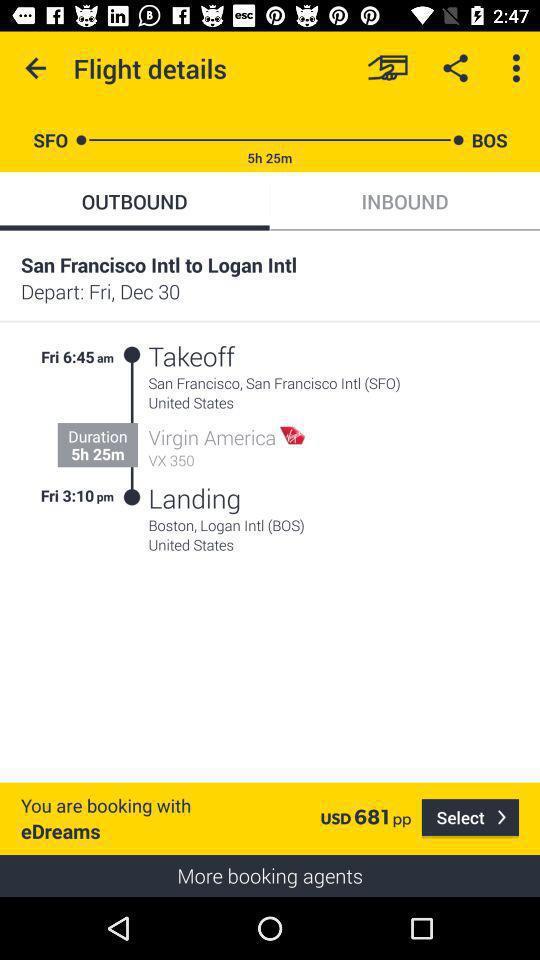 The width and height of the screenshot is (540, 960). Describe the element at coordinates (106, 494) in the screenshot. I see `item above you are booking icon` at that location.